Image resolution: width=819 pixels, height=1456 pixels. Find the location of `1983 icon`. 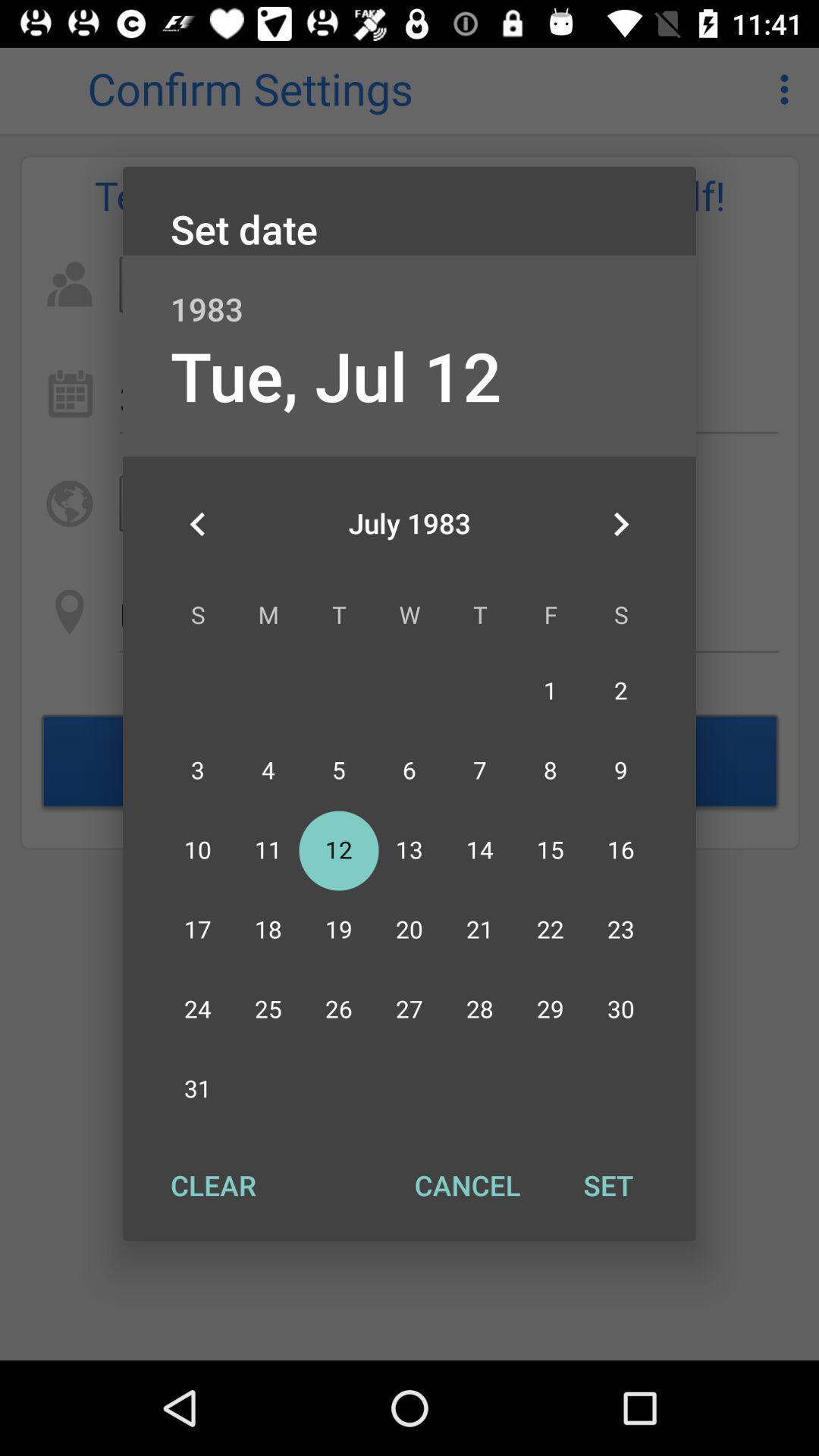

1983 icon is located at coordinates (409, 293).